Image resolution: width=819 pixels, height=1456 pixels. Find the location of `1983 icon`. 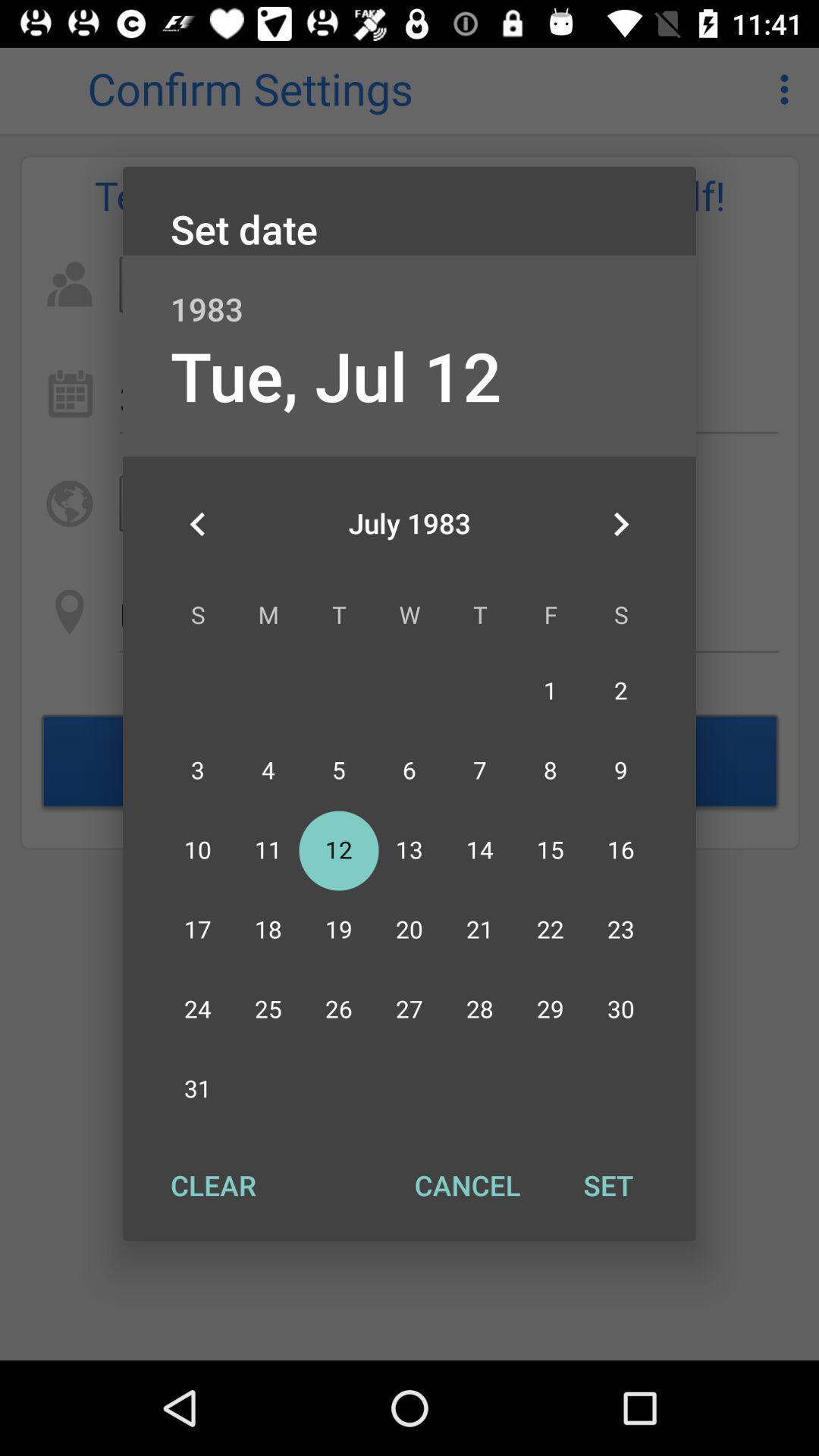

1983 icon is located at coordinates (409, 293).